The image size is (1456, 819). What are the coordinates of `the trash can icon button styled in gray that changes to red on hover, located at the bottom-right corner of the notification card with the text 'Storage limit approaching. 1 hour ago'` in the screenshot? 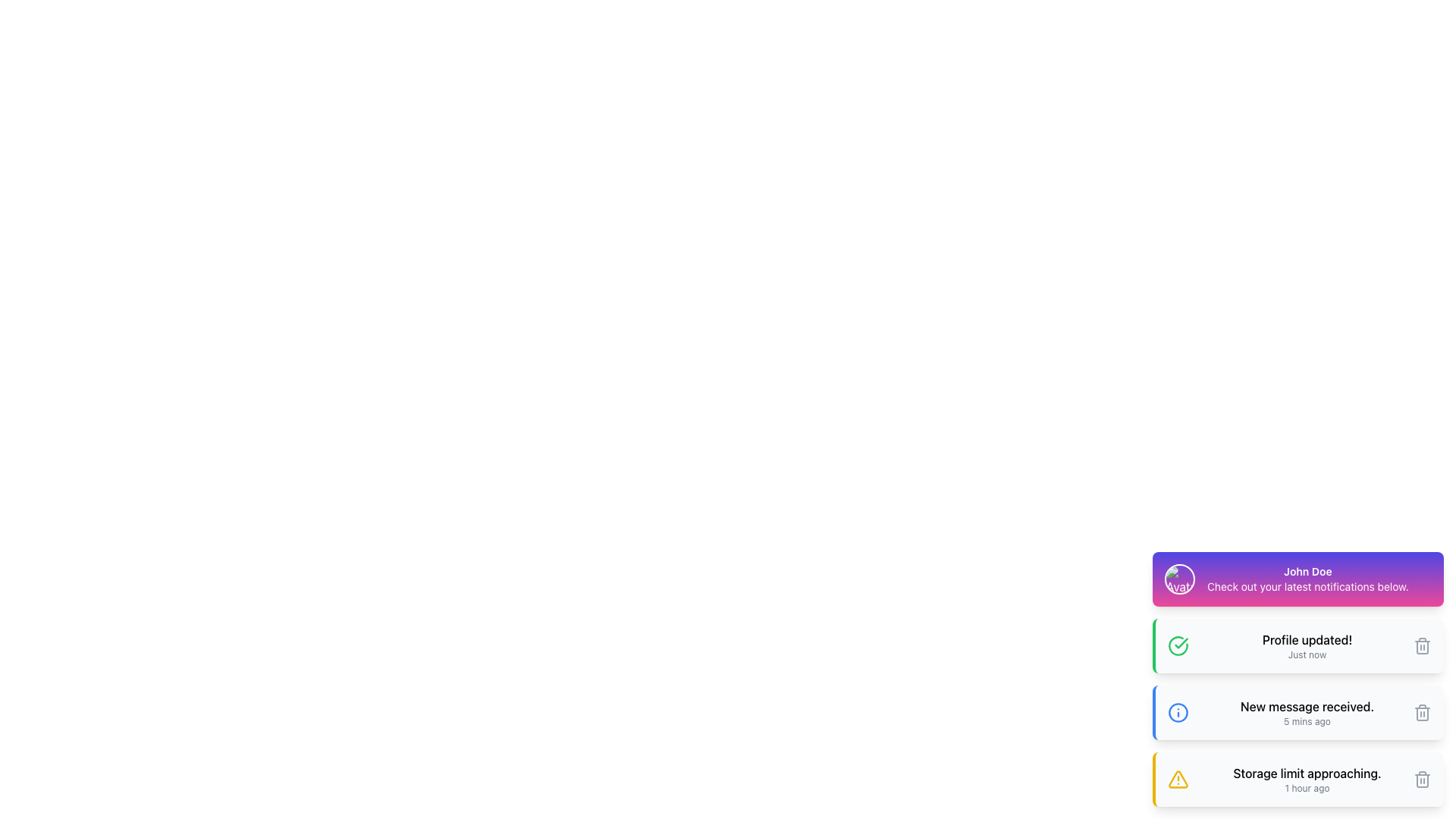 It's located at (1422, 780).